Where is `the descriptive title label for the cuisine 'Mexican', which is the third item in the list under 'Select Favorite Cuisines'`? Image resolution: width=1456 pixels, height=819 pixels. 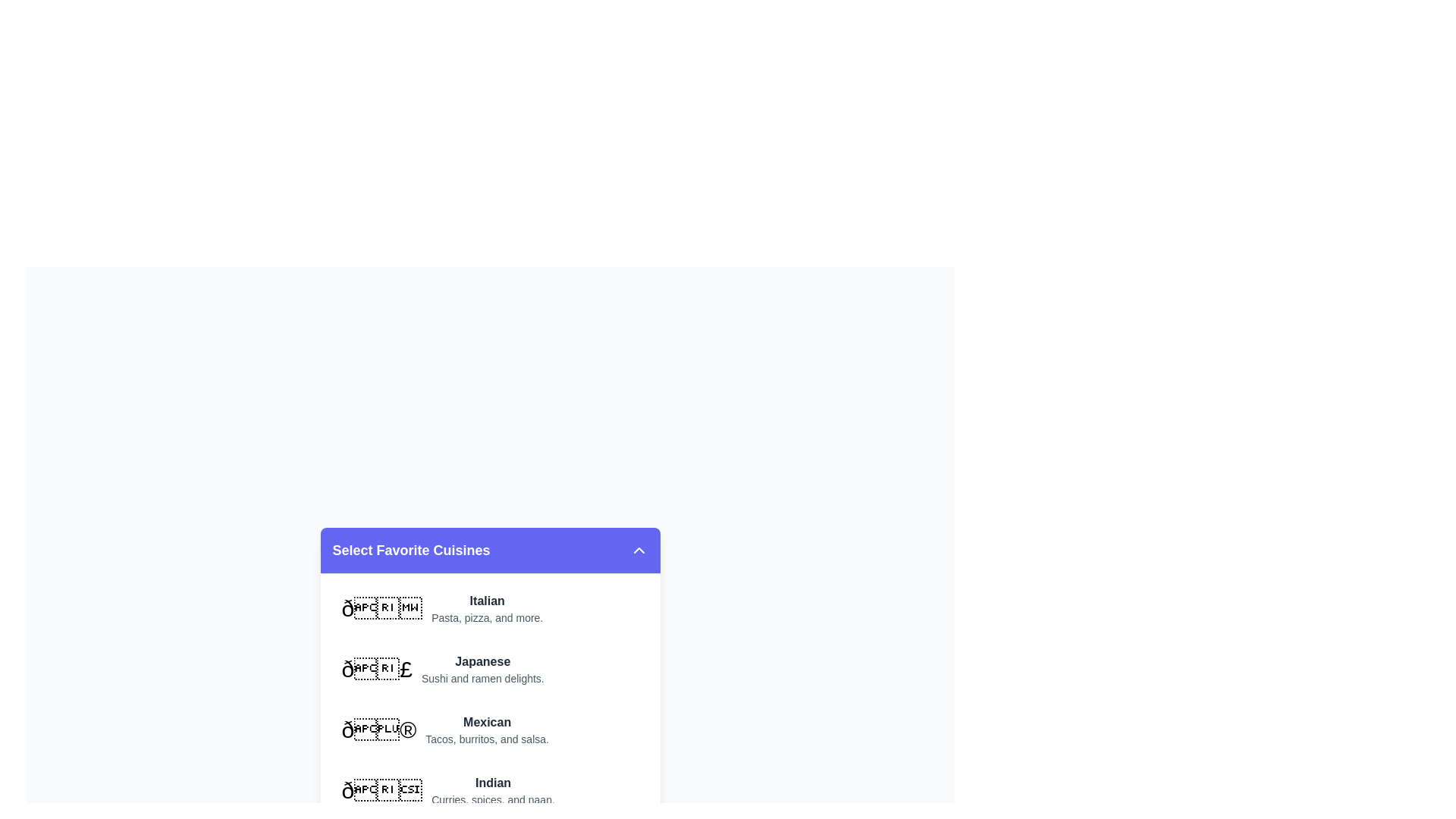 the descriptive title label for the cuisine 'Mexican', which is the third item in the list under 'Select Favorite Cuisines' is located at coordinates (487, 721).